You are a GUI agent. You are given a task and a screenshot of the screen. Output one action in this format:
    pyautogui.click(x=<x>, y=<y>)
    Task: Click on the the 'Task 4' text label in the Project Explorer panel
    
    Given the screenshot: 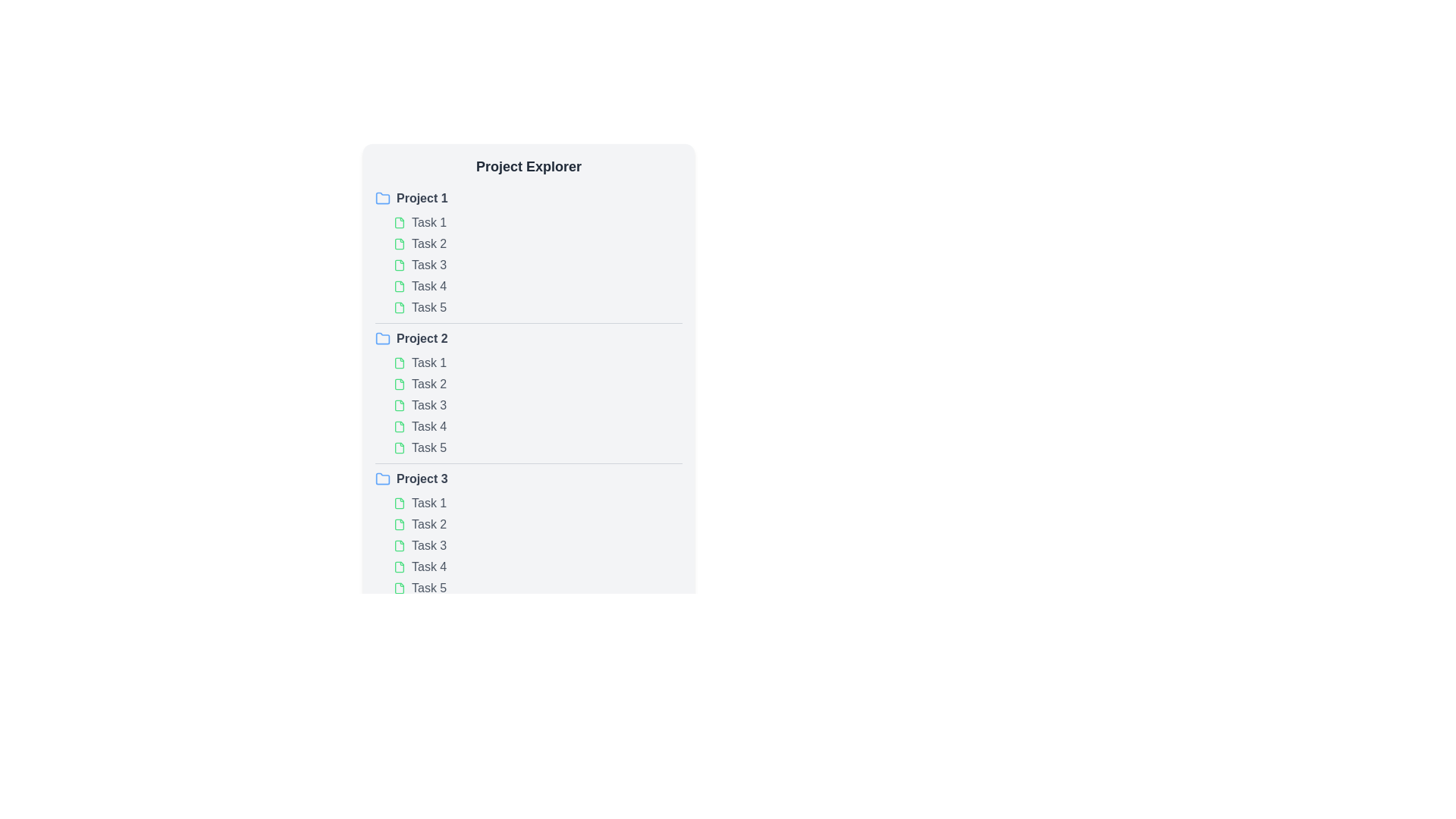 What is the action you would take?
    pyautogui.click(x=428, y=567)
    